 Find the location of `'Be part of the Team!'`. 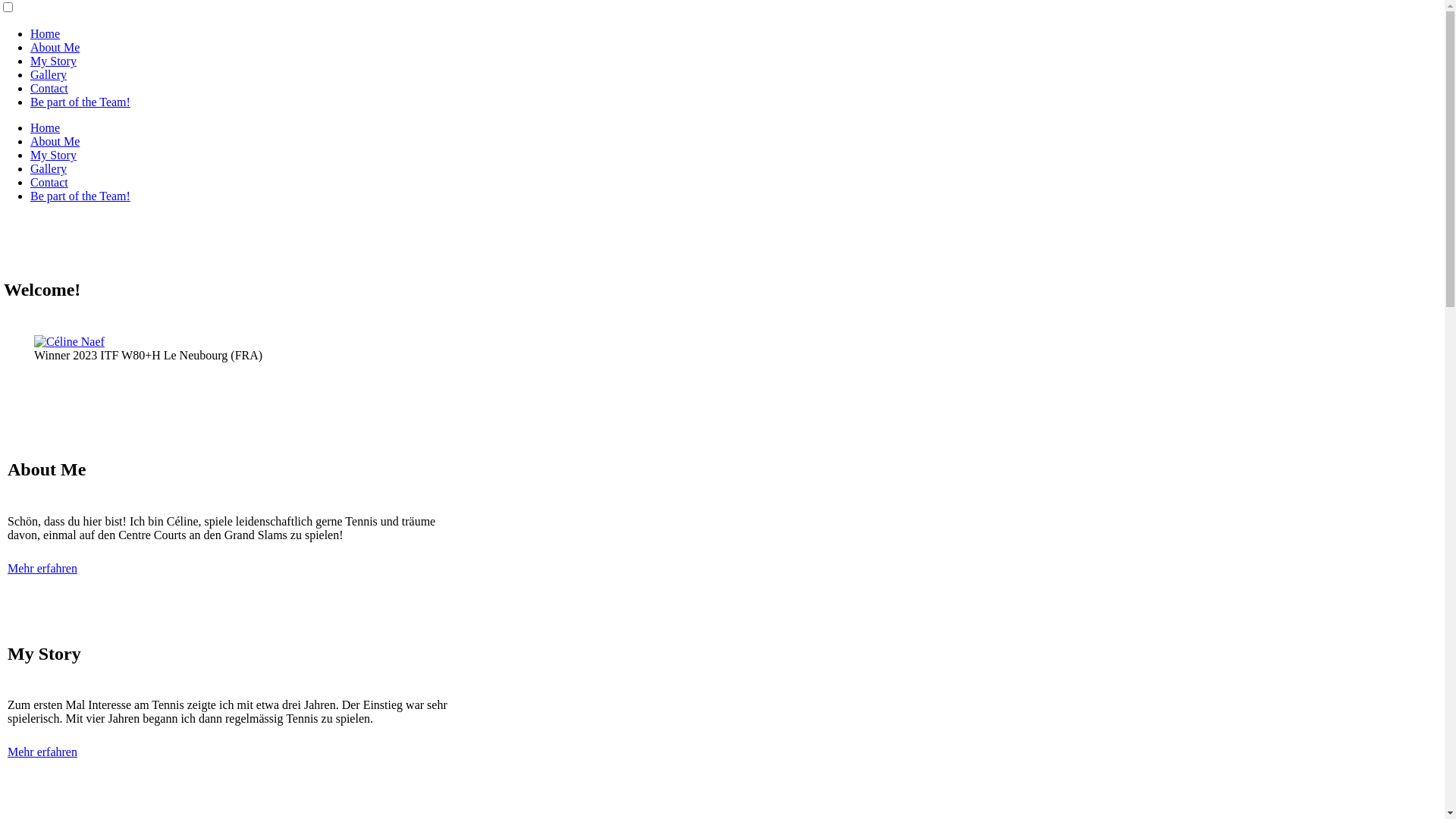

'Be part of the Team!' is located at coordinates (79, 195).